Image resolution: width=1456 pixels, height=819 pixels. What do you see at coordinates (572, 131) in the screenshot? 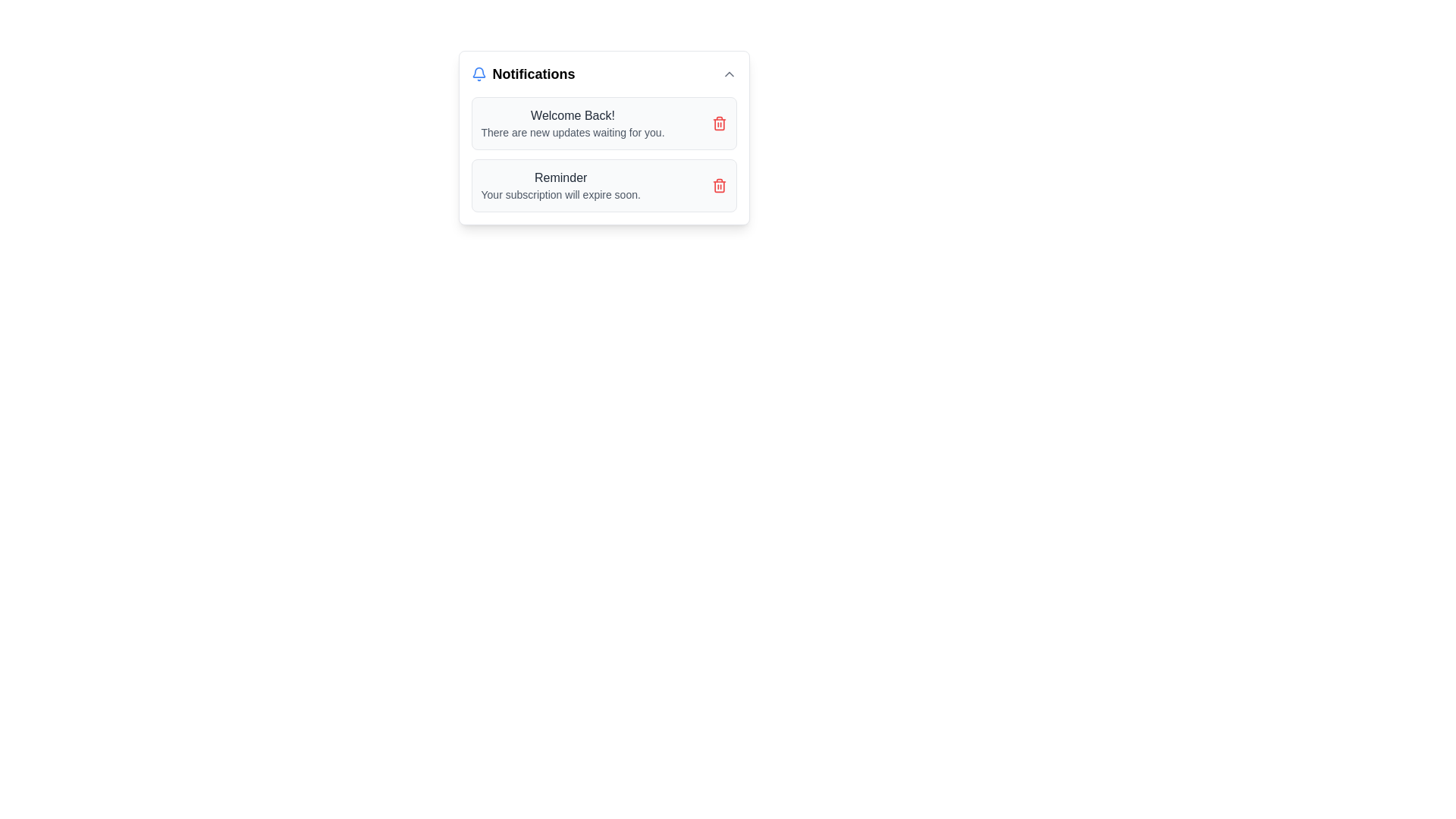
I see `the text snippet displaying the message 'There are new updates waiting for you.' which is positioned within the notification section beneath the greeting text 'Welcome Back!'` at bounding box center [572, 131].